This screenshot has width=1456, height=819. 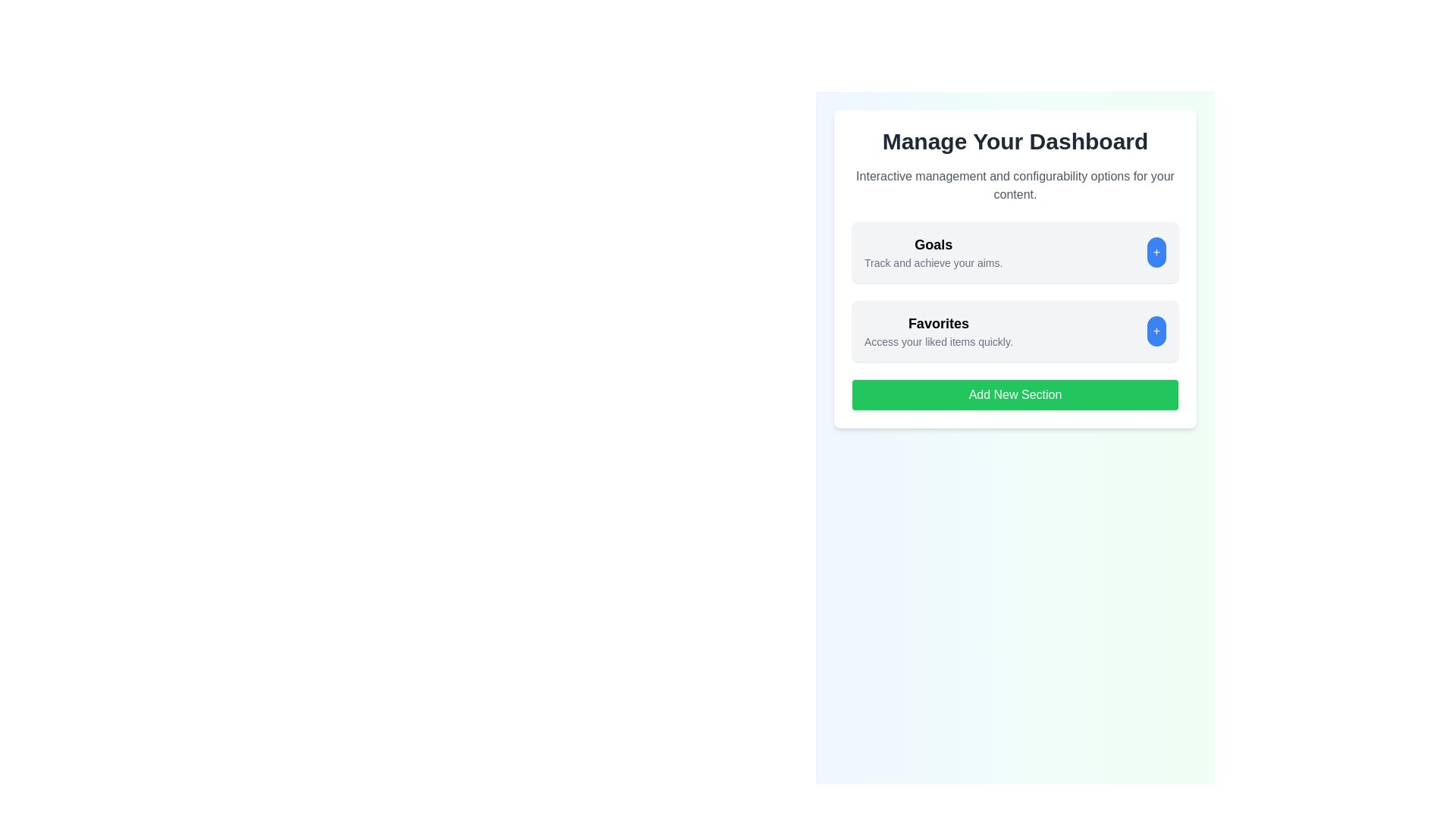 What do you see at coordinates (1015, 185) in the screenshot?
I see `the supplementary information text that clarifies the functionalities of the dashboard, located below the title 'Manage Your Dashboard.'` at bounding box center [1015, 185].